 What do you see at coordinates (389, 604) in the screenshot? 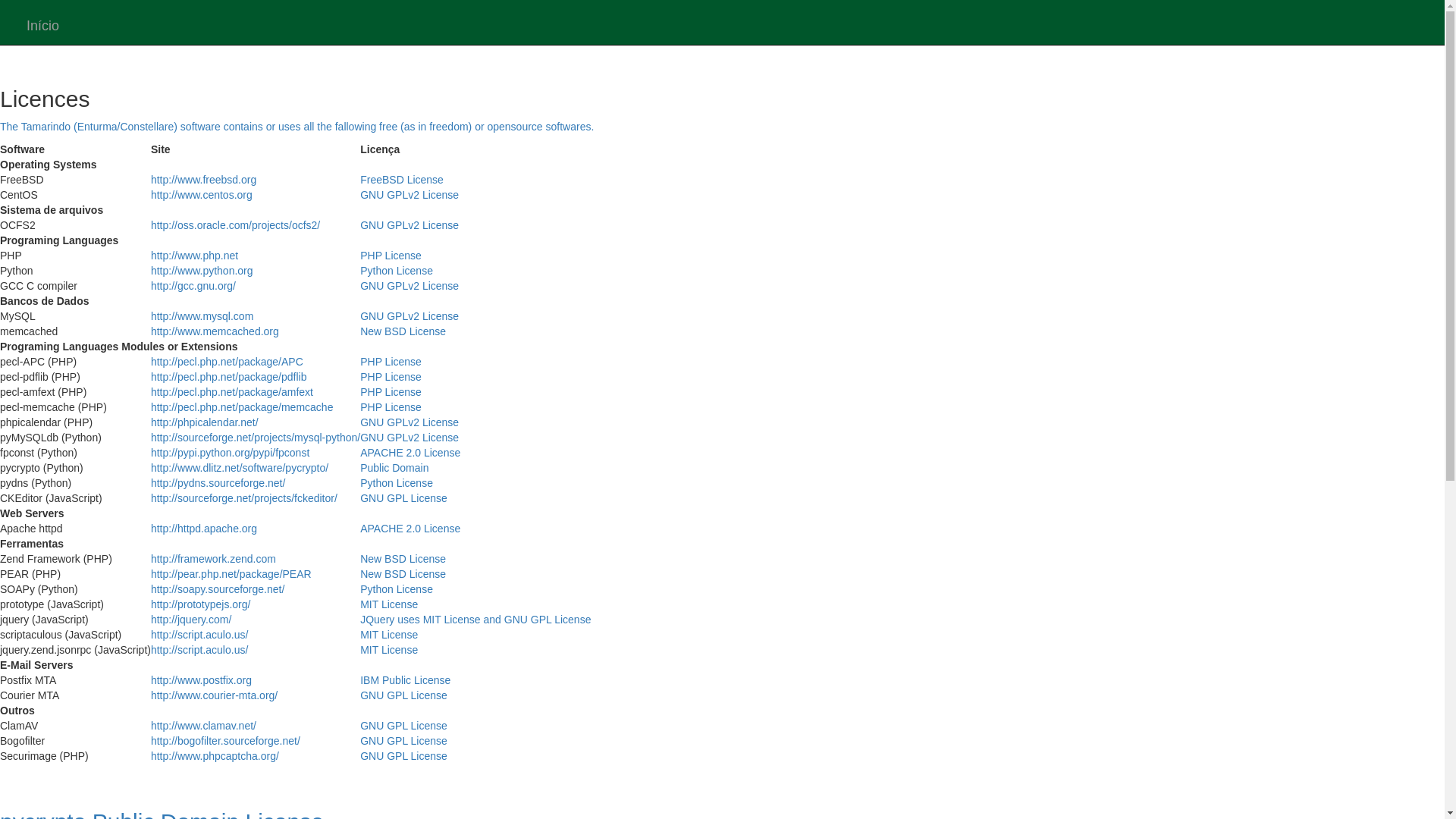
I see `'MIT License'` at bounding box center [389, 604].